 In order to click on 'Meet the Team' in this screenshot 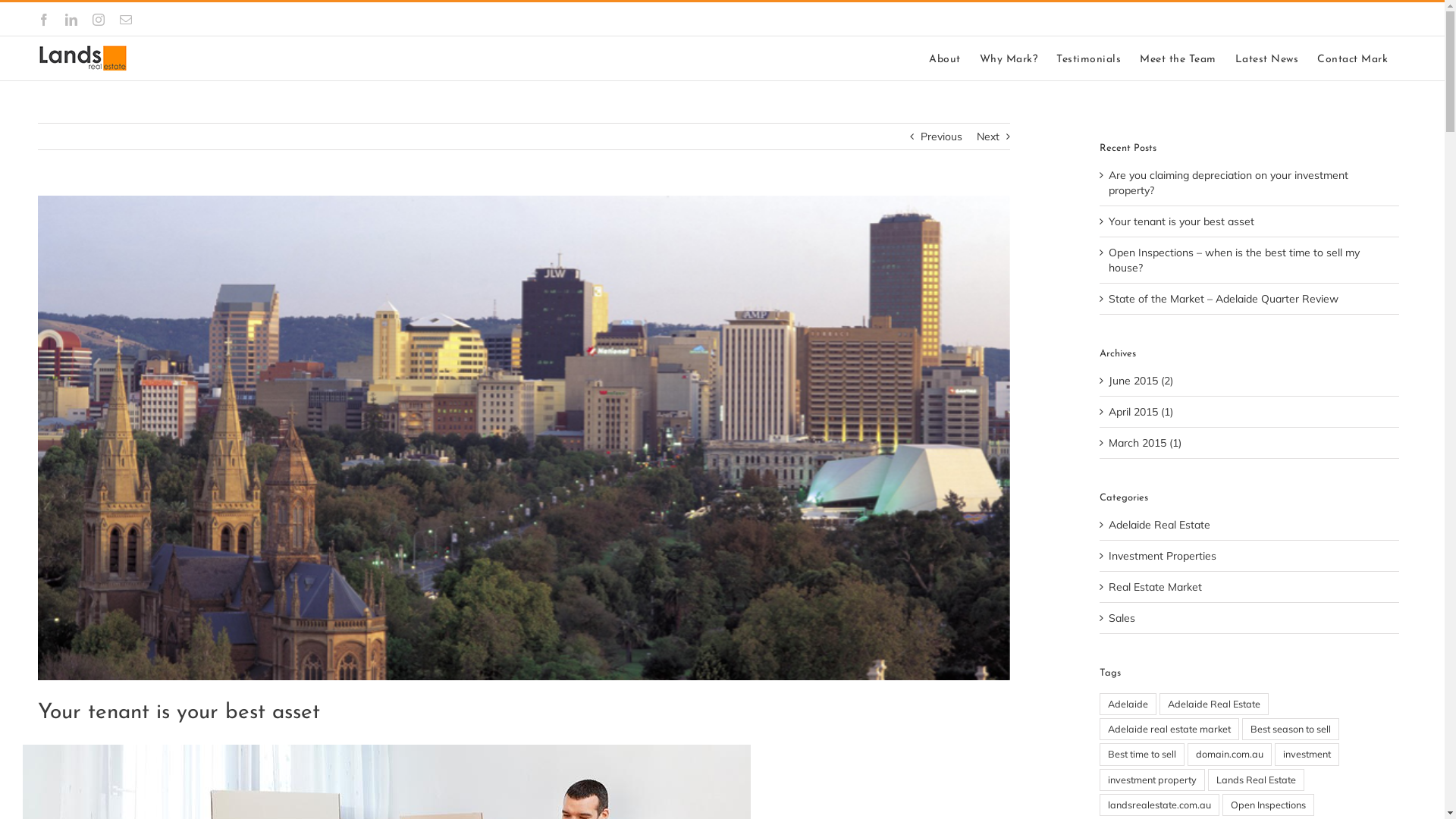, I will do `click(1177, 58)`.